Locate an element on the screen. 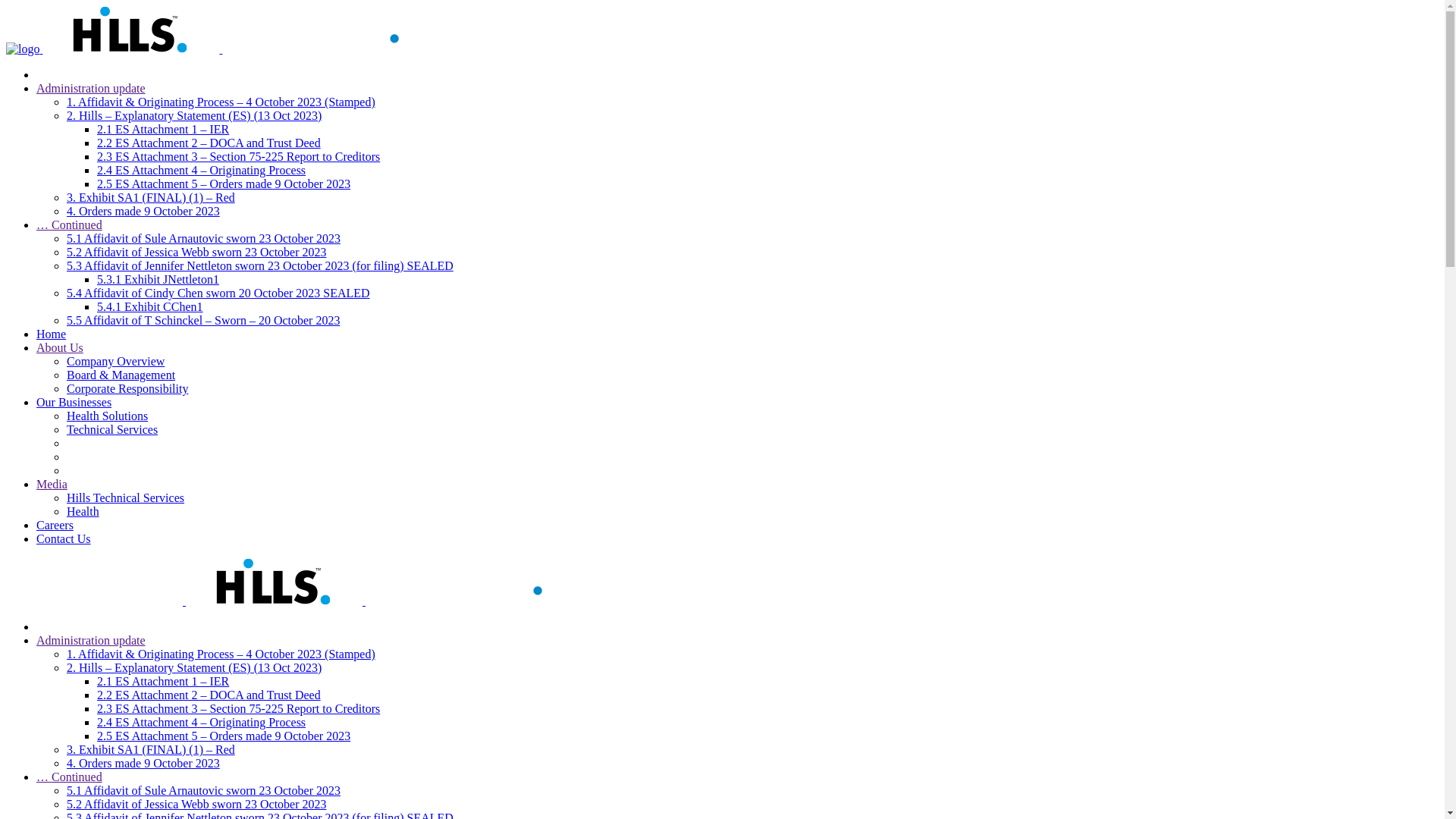 The height and width of the screenshot is (819, 1456). '5.3.1 Exhibit JNettleton1' is located at coordinates (158, 279).